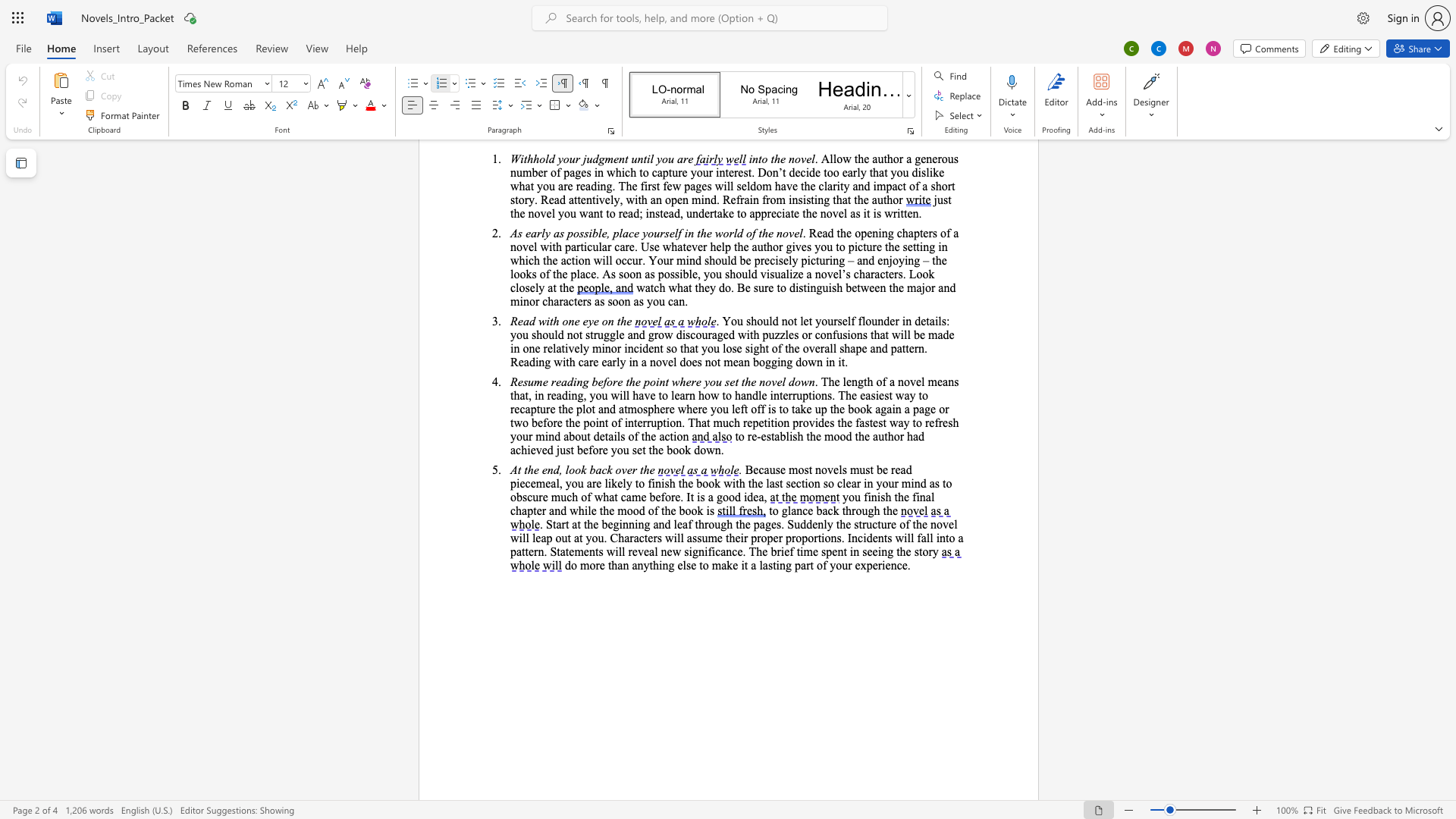 This screenshot has width=1456, height=819. What do you see at coordinates (921, 497) in the screenshot?
I see `the 1th character "n" in the text` at bounding box center [921, 497].